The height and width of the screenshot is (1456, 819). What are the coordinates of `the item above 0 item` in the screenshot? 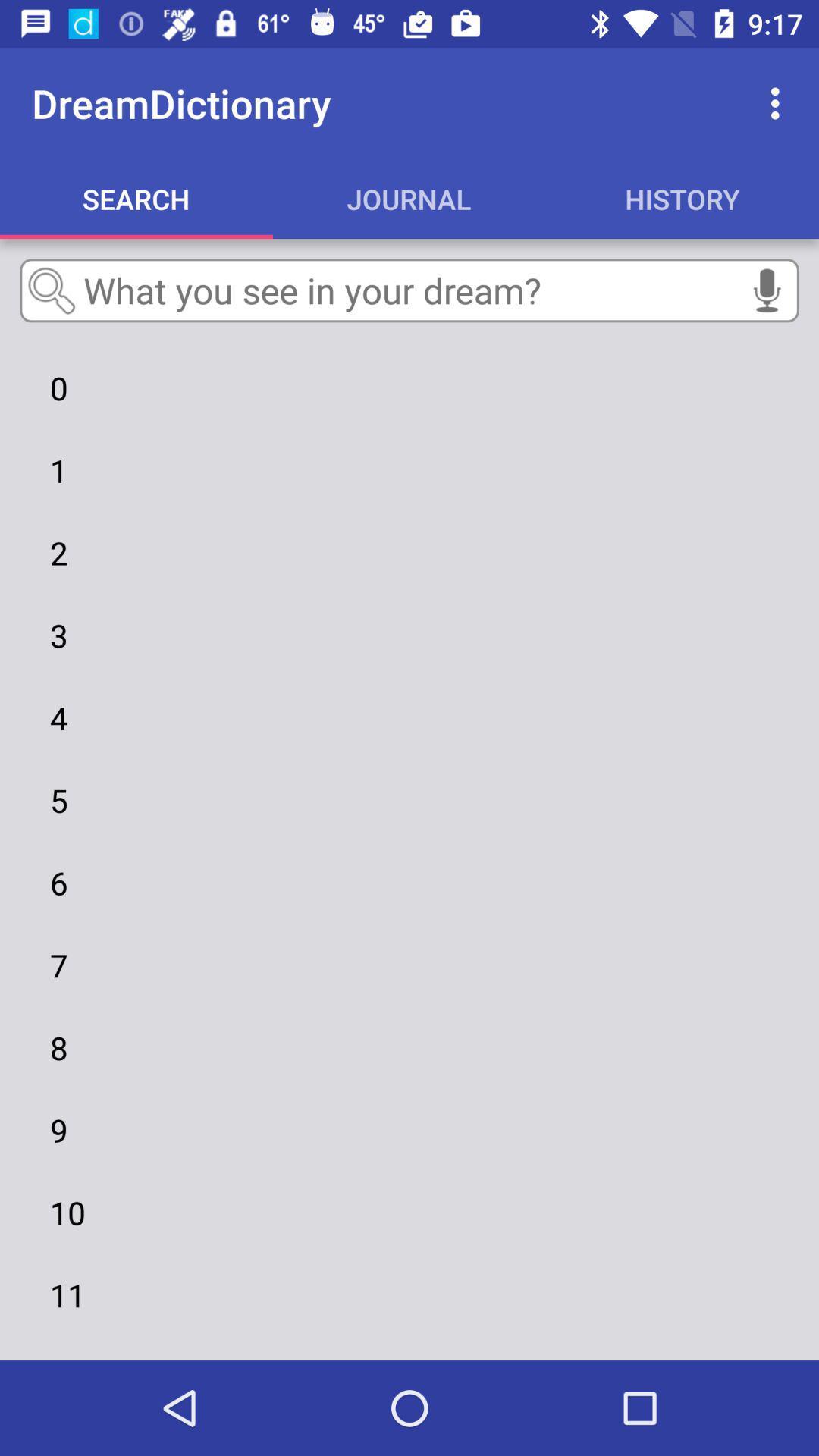 It's located at (409, 290).